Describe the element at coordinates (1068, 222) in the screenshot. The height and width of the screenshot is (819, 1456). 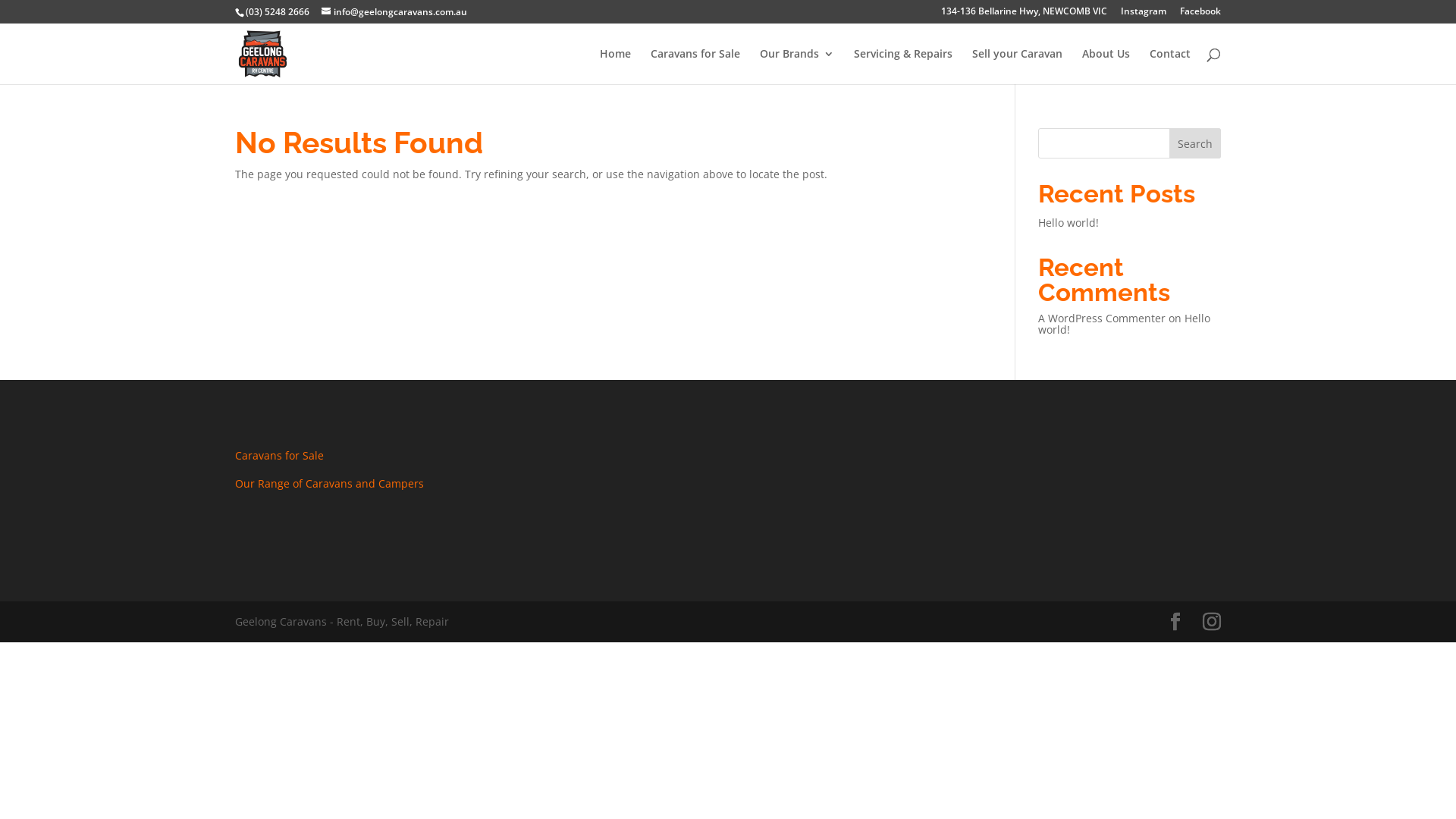
I see `'Hello world!'` at that location.